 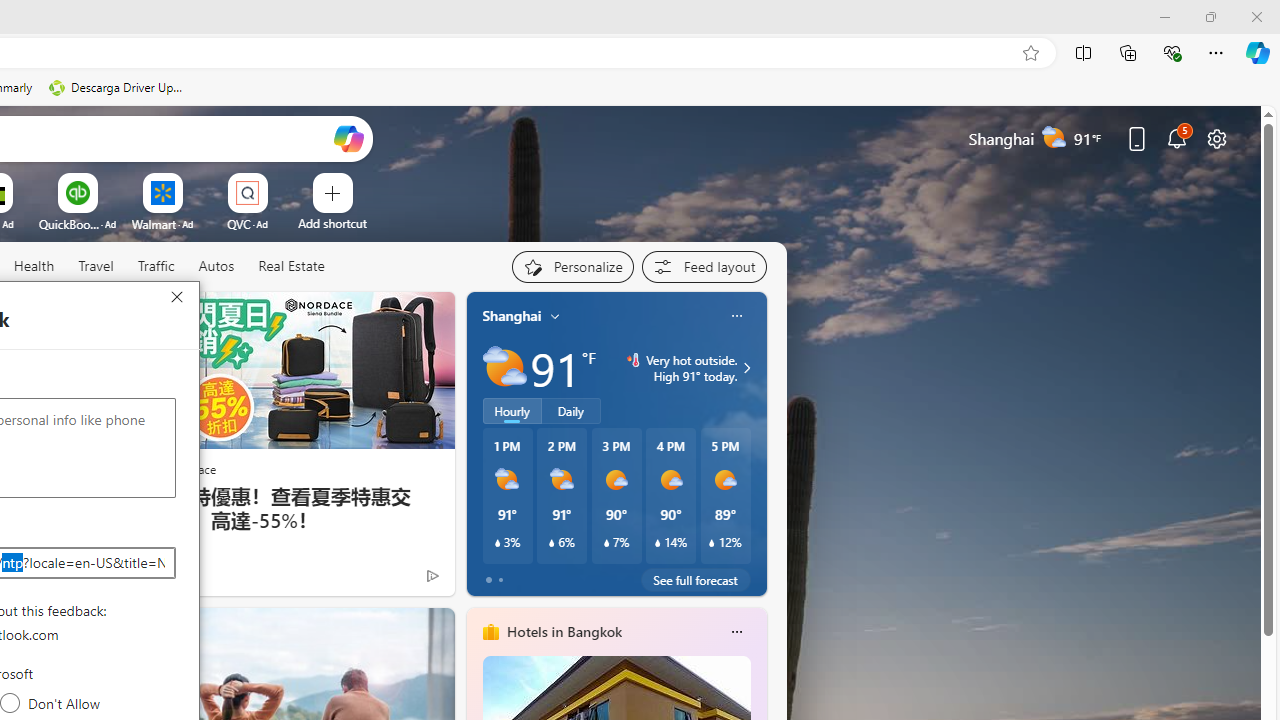 I want to click on 'Traffic', so click(x=155, y=266).